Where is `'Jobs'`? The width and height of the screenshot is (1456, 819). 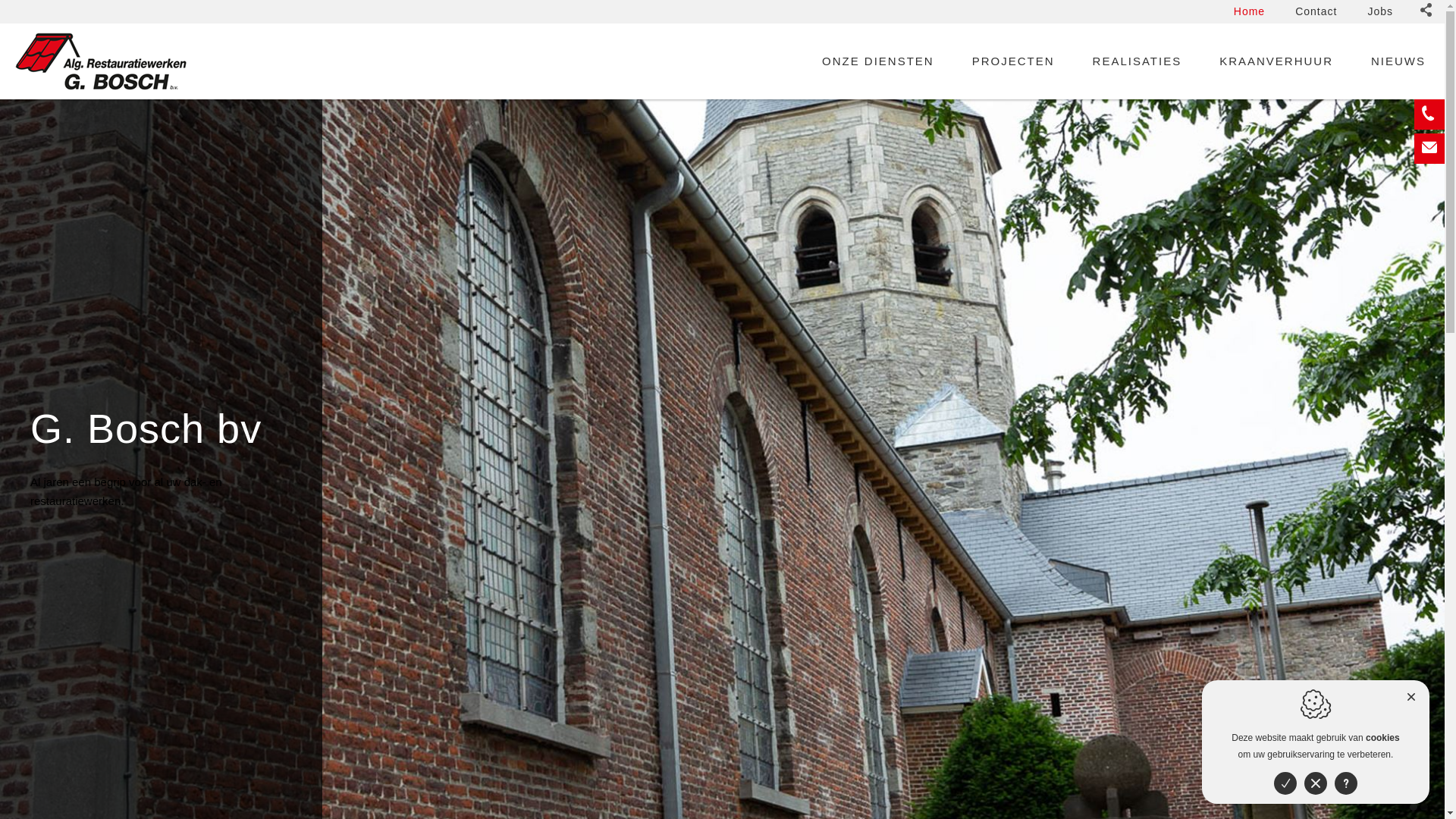
'Jobs' is located at coordinates (1379, 11).